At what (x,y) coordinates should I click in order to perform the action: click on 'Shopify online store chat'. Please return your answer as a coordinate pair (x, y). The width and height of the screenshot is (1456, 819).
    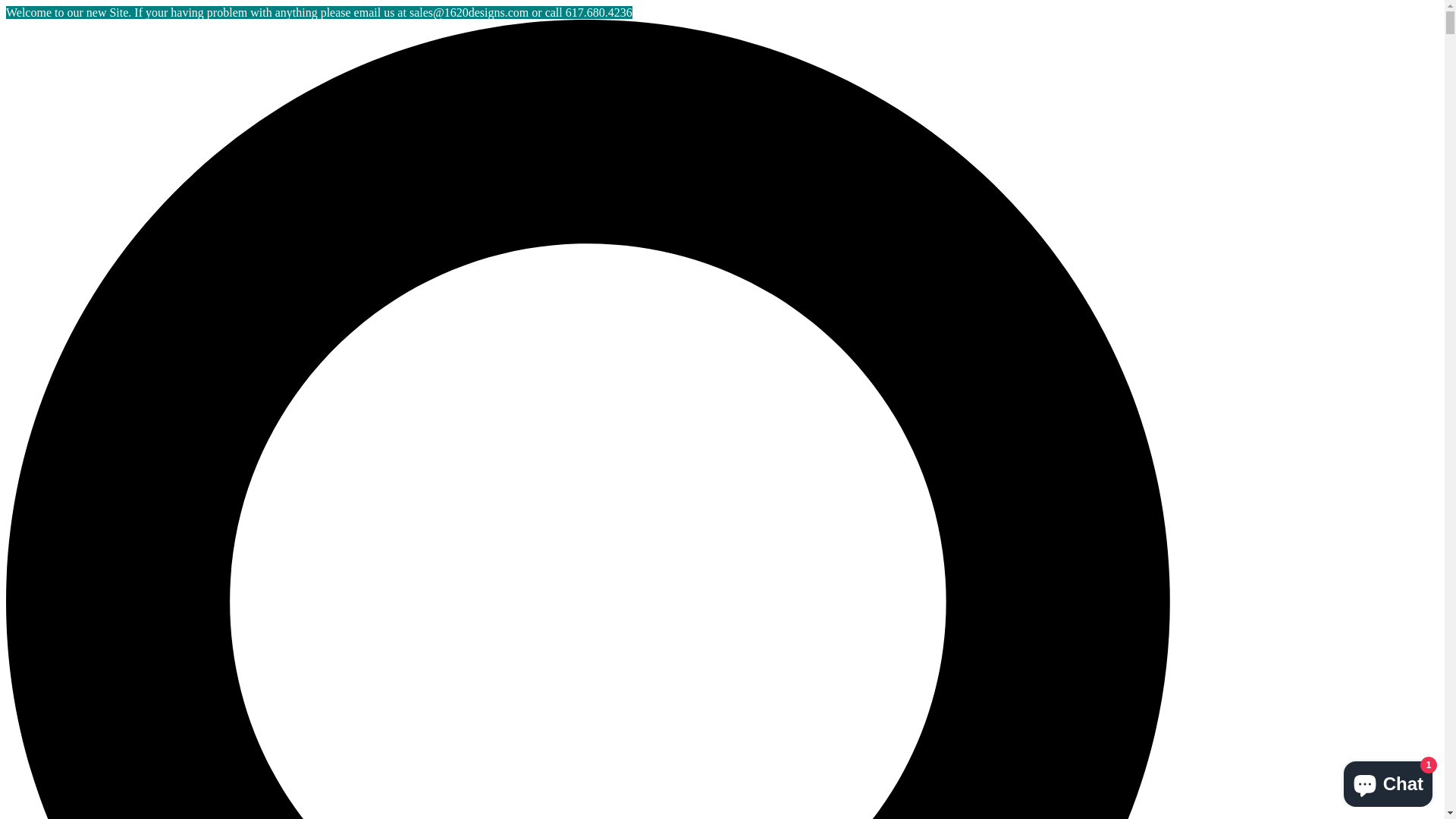
    Looking at the image, I should click on (1339, 780).